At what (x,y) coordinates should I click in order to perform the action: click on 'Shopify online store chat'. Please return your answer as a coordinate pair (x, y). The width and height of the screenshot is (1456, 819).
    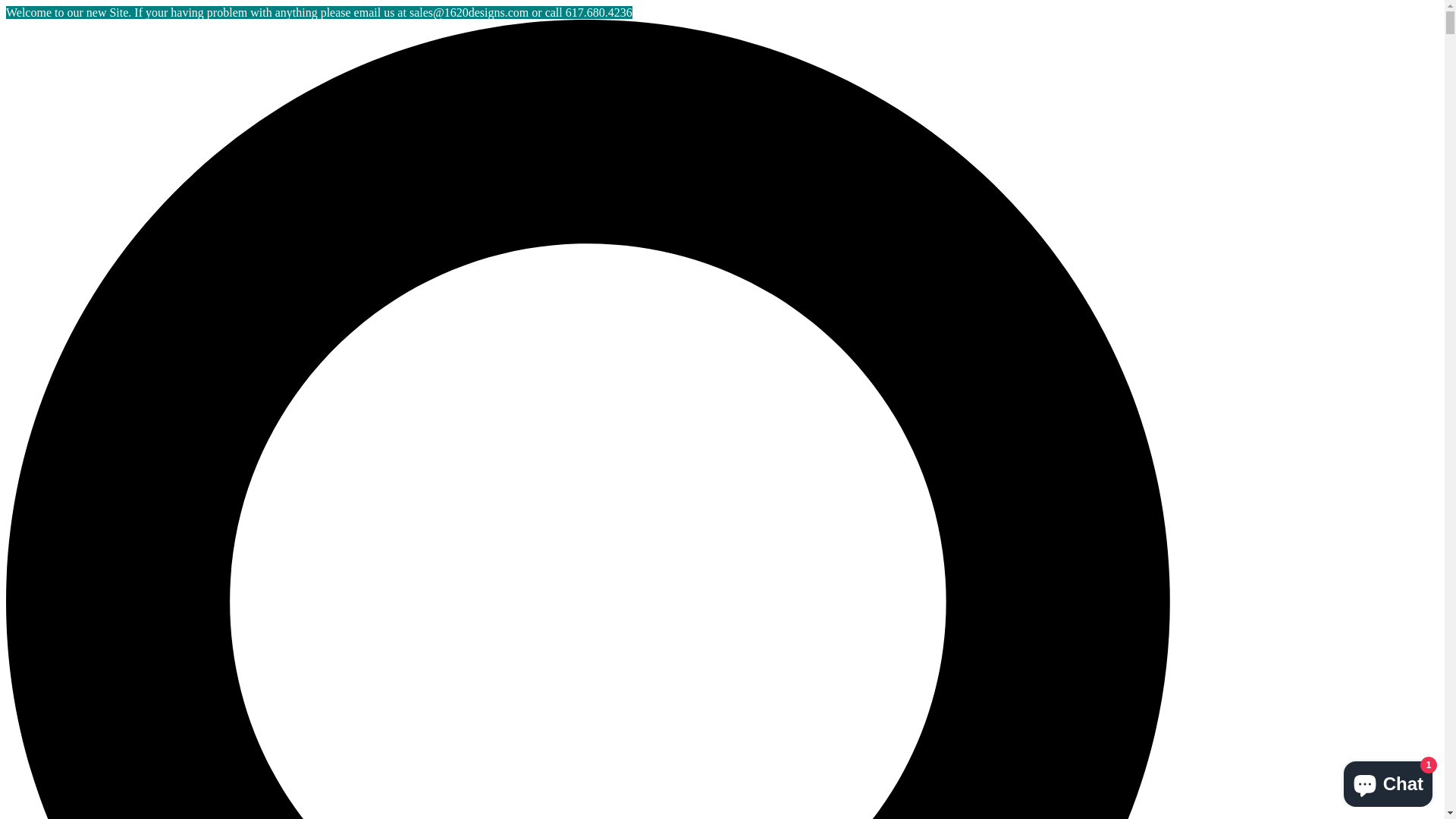
    Looking at the image, I should click on (1339, 780).